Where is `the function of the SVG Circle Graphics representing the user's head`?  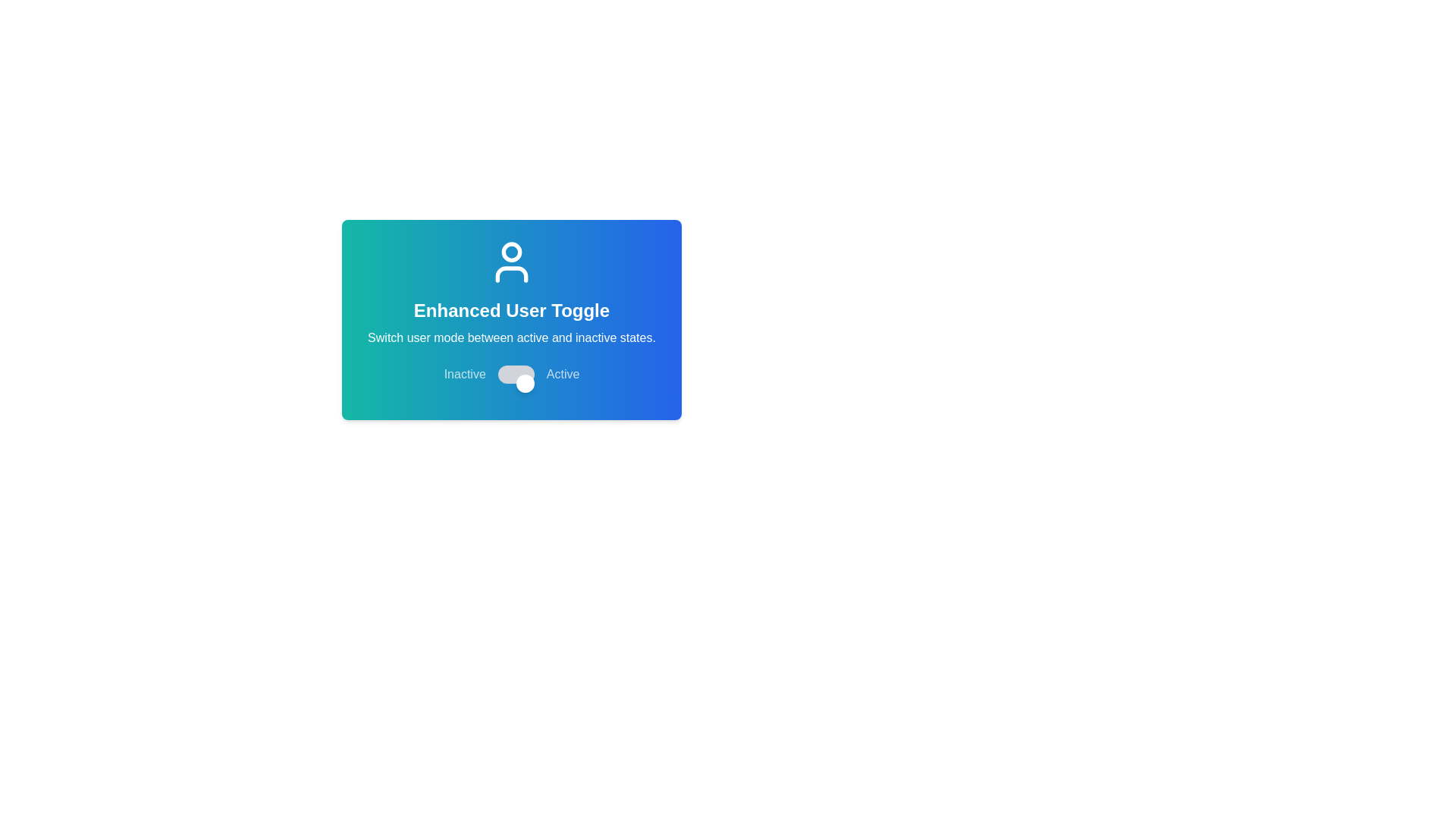
the function of the SVG Circle Graphics representing the user's head is located at coordinates (512, 250).